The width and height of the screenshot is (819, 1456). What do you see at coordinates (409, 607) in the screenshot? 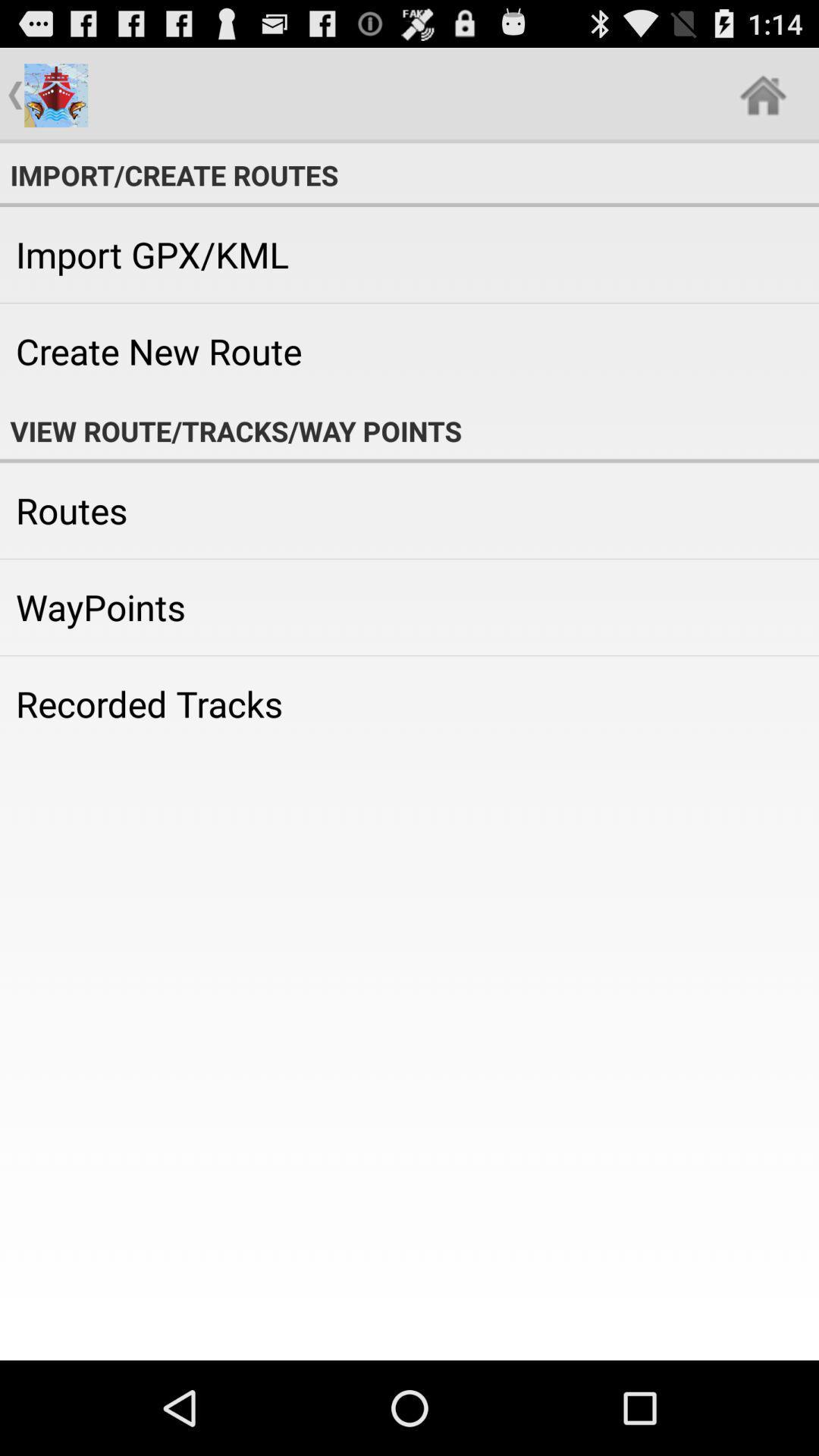
I see `the waypoints icon` at bounding box center [409, 607].